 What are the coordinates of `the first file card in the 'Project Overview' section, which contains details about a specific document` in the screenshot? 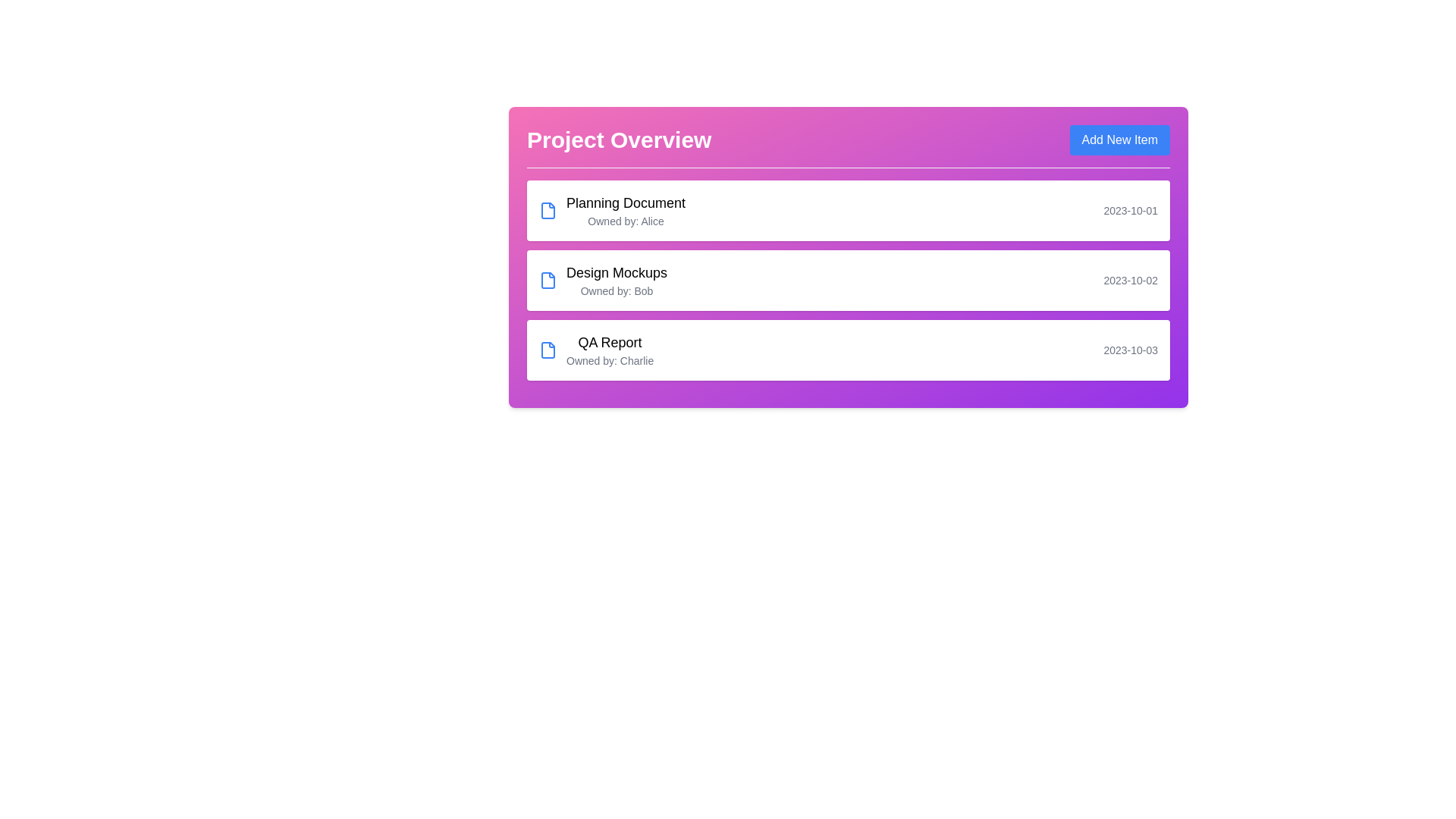 It's located at (847, 210).